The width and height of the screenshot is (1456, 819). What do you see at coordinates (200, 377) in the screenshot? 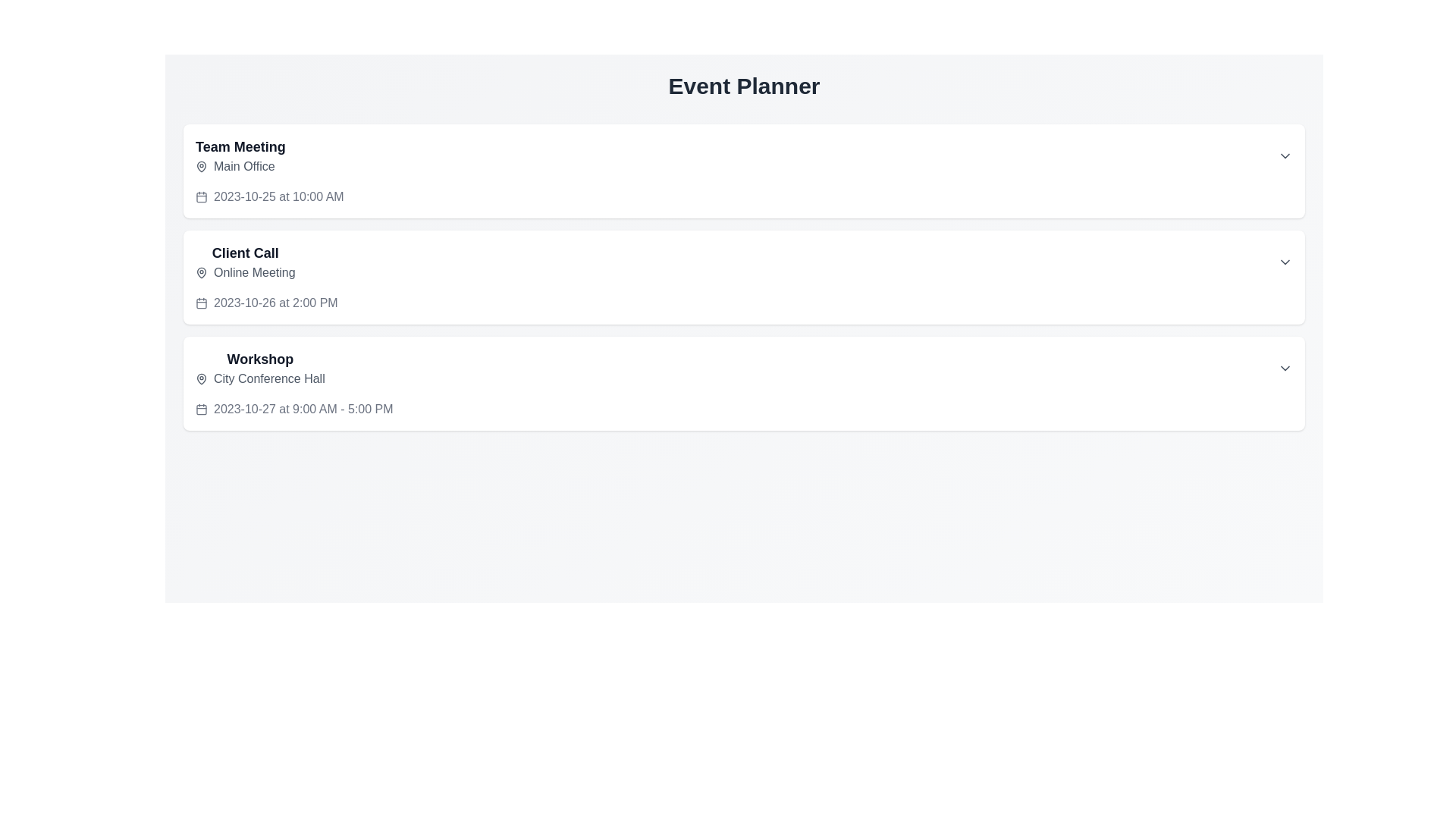
I see `the map pin icon located to the left of the 'City Conference Hall' text in the 'Workshop' section of the events list` at bounding box center [200, 377].